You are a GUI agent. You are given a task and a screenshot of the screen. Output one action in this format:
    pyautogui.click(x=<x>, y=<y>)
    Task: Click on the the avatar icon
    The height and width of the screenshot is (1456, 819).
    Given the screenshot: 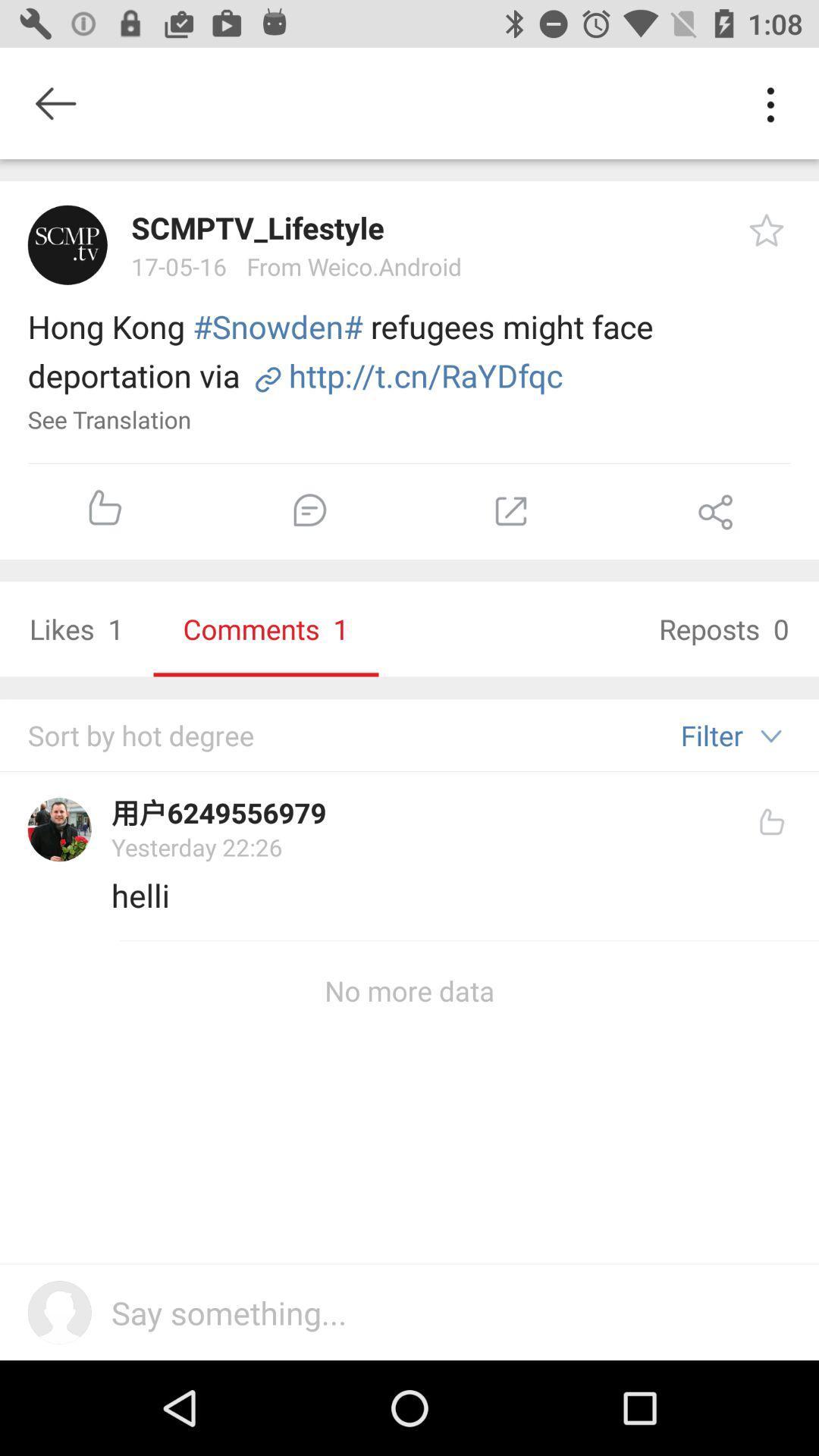 What is the action you would take?
    pyautogui.click(x=67, y=245)
    